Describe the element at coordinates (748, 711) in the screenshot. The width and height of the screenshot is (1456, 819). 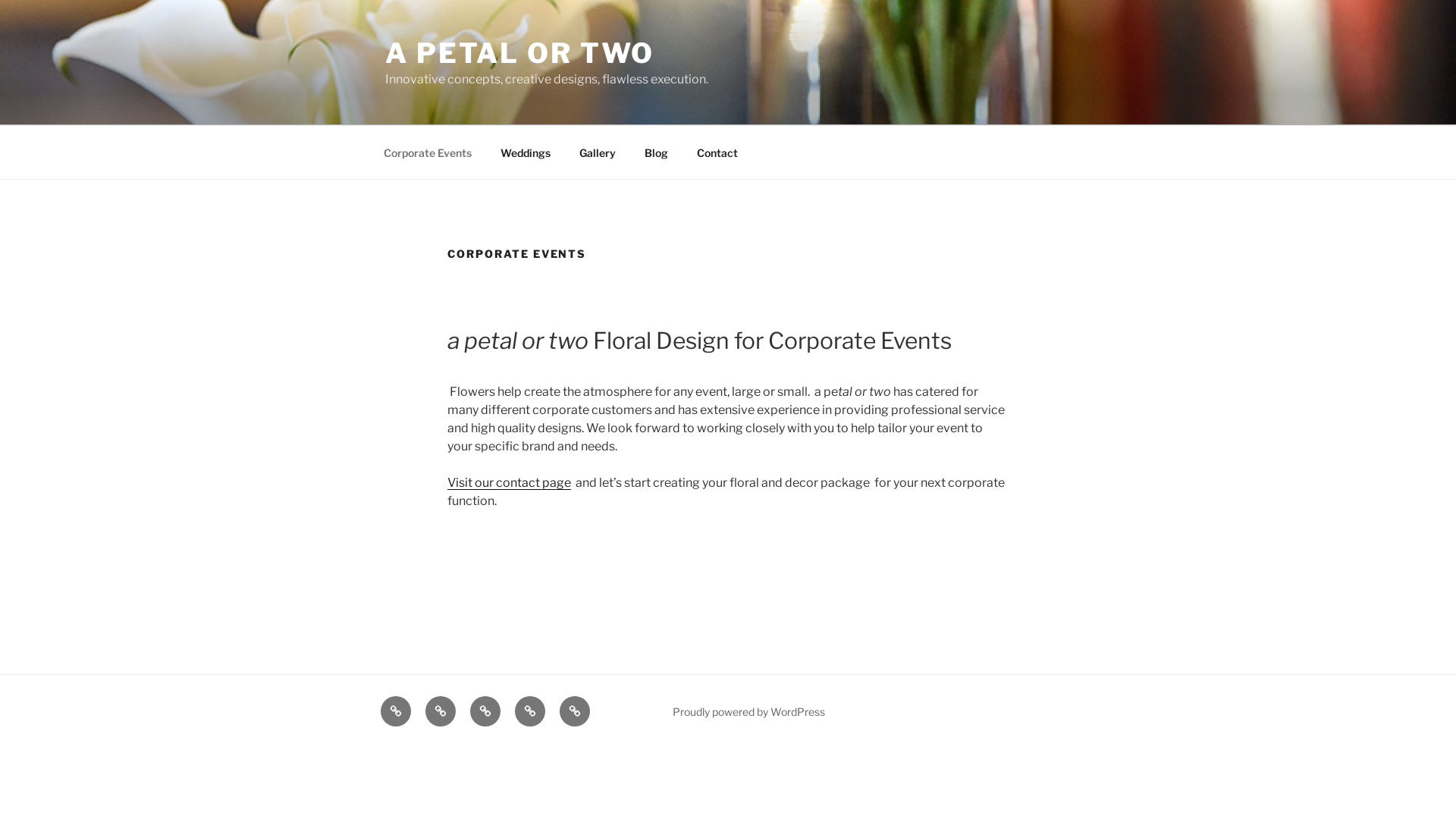
I see `'Proudly powered by WordPress'` at that location.